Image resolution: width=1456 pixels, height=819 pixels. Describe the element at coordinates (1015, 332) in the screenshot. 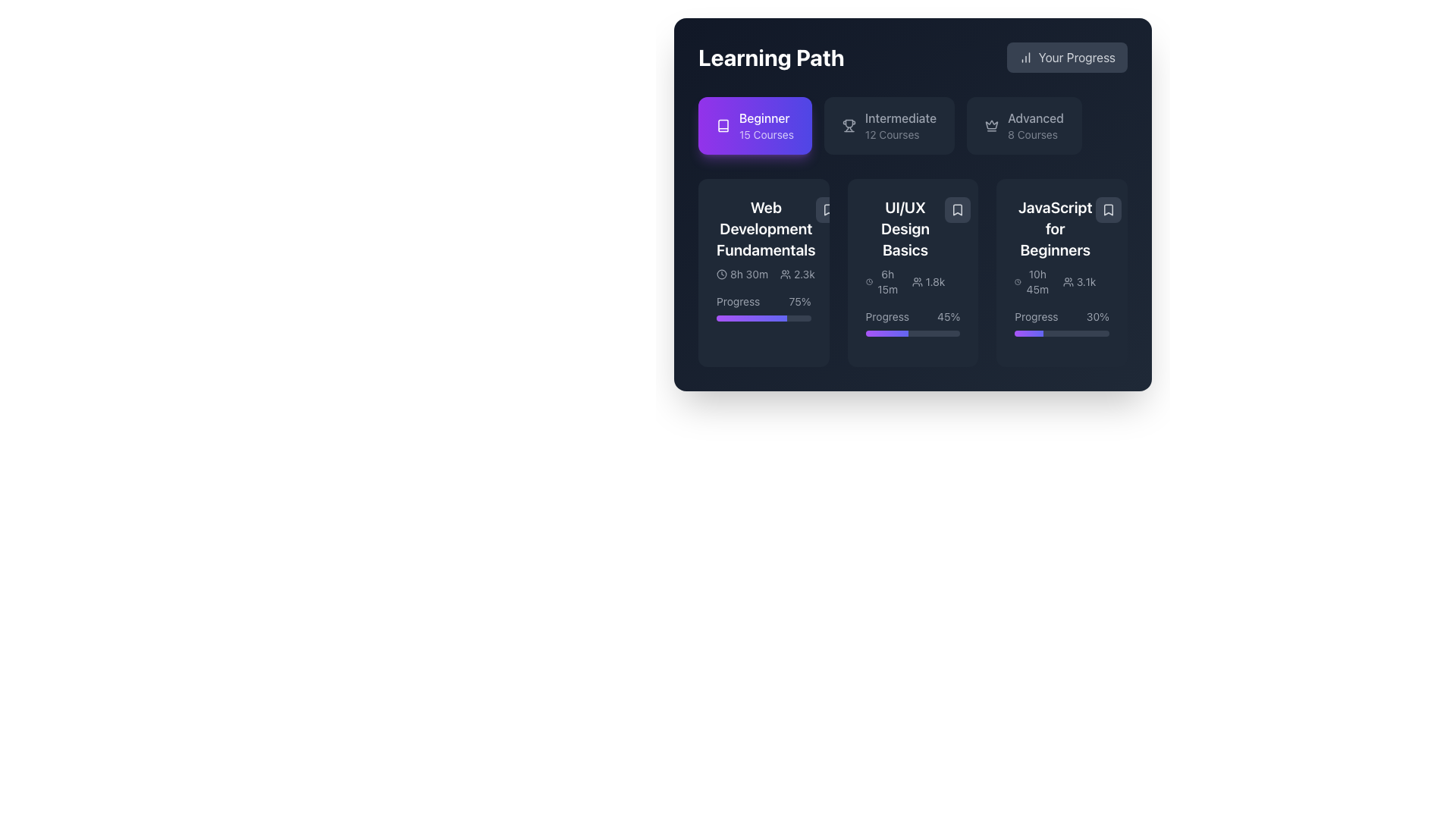

I see `the progress value` at that location.